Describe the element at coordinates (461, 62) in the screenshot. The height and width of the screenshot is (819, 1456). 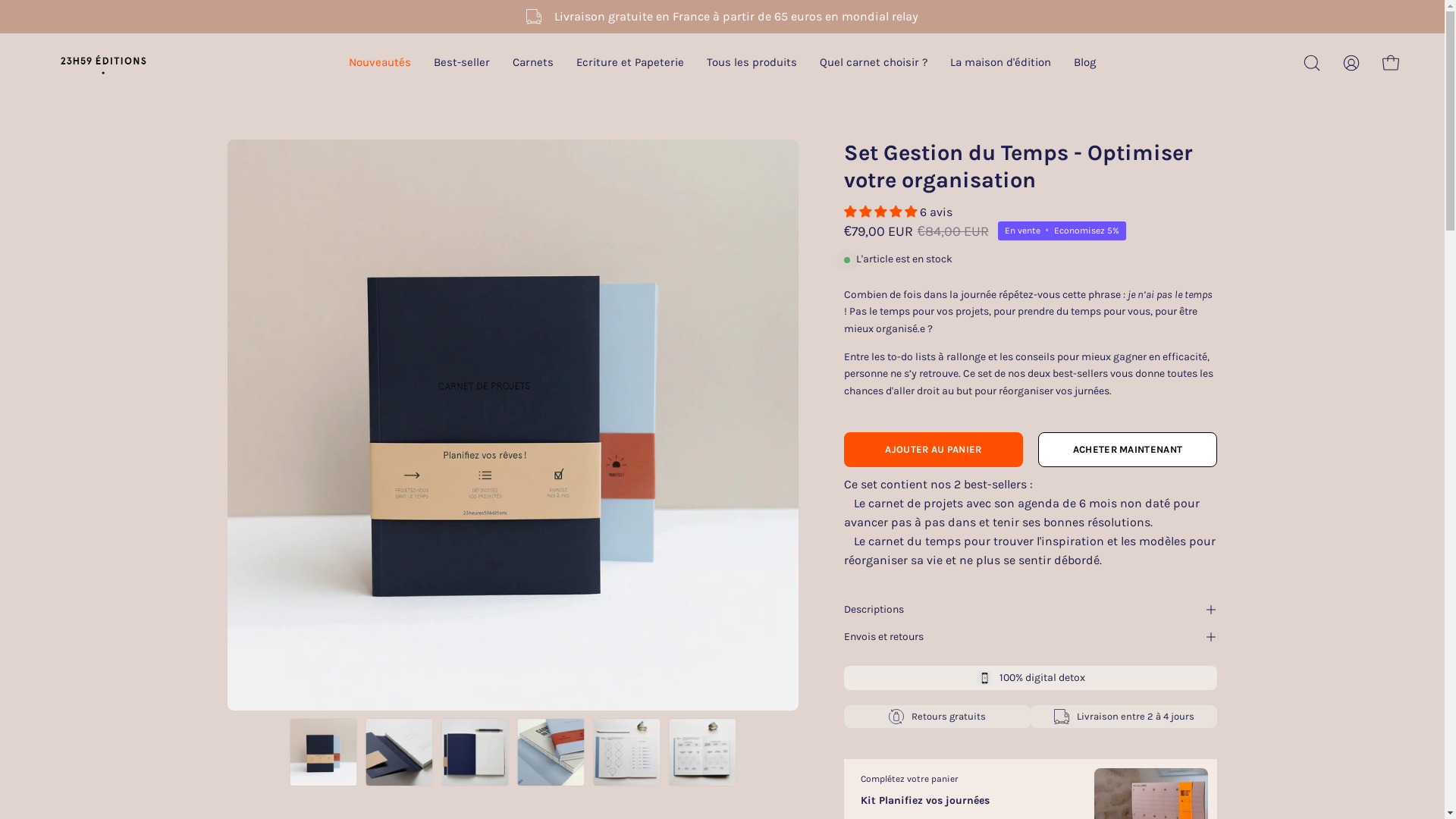
I see `'Best-seller'` at that location.